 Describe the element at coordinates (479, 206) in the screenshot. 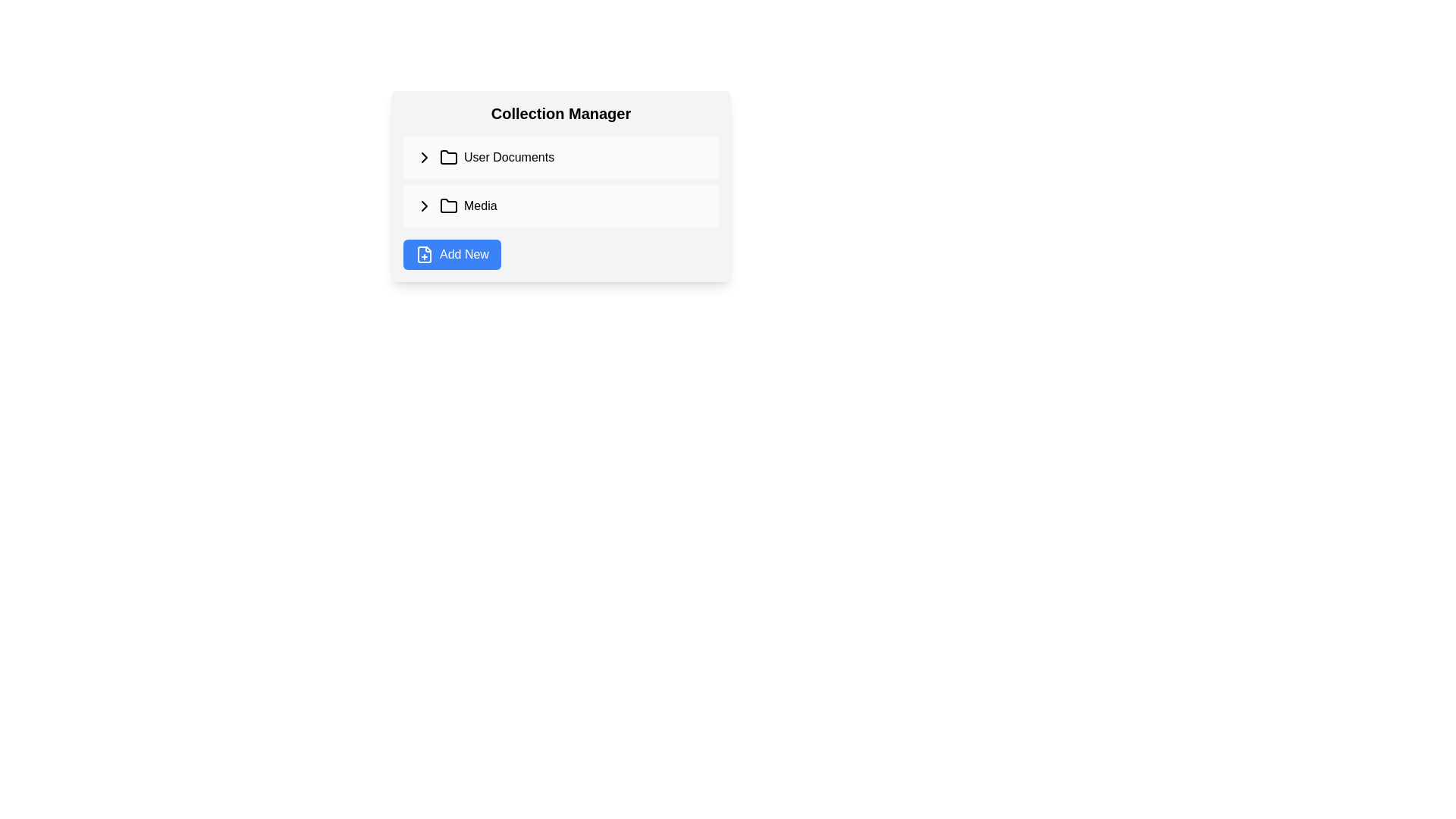

I see `the 'Media' text label, which is a bold, black font element positioned next to a folder icon in a selectable row layout` at that location.